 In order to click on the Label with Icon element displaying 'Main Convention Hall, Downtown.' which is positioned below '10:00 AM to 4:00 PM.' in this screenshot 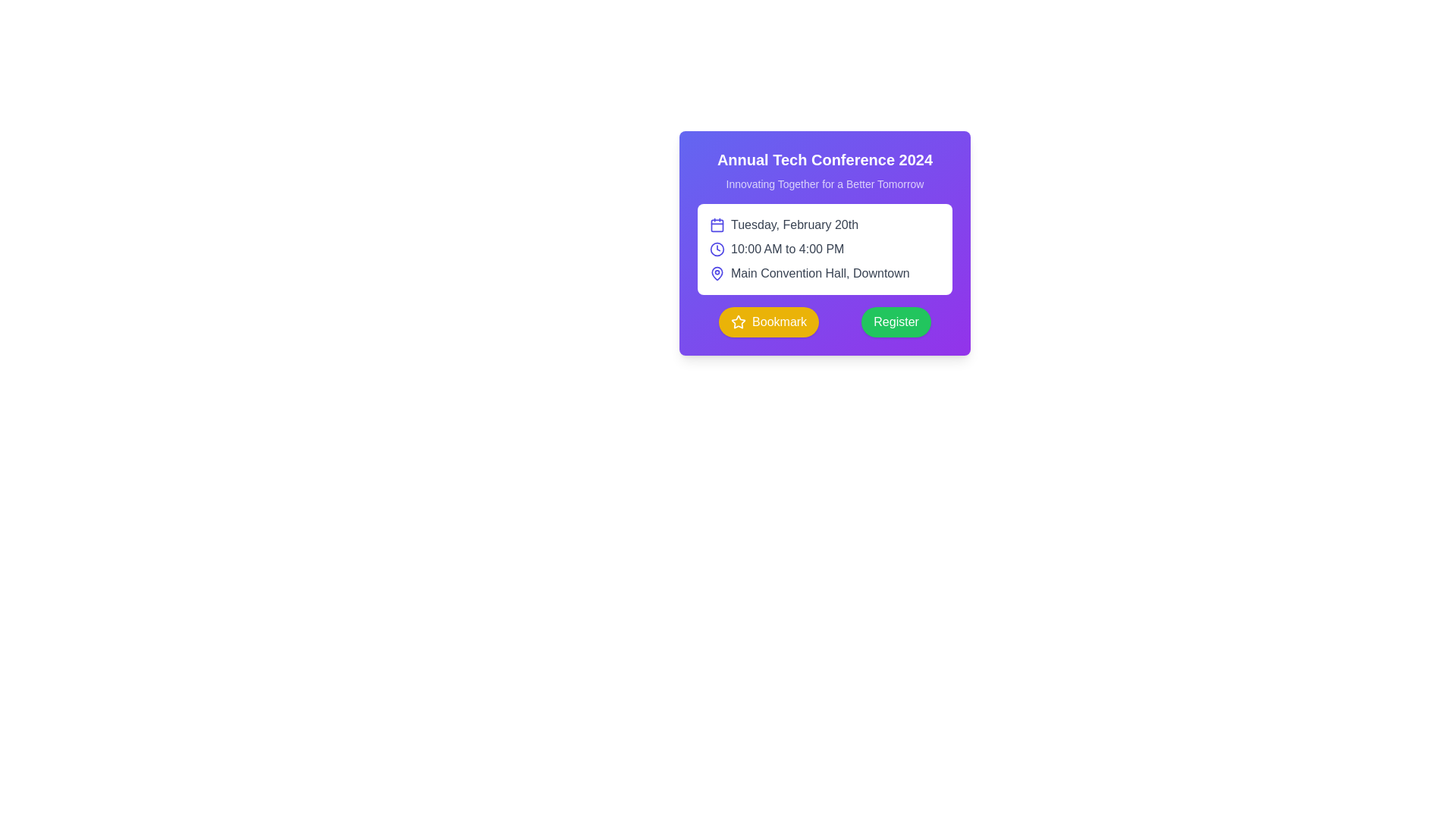, I will do `click(824, 274)`.